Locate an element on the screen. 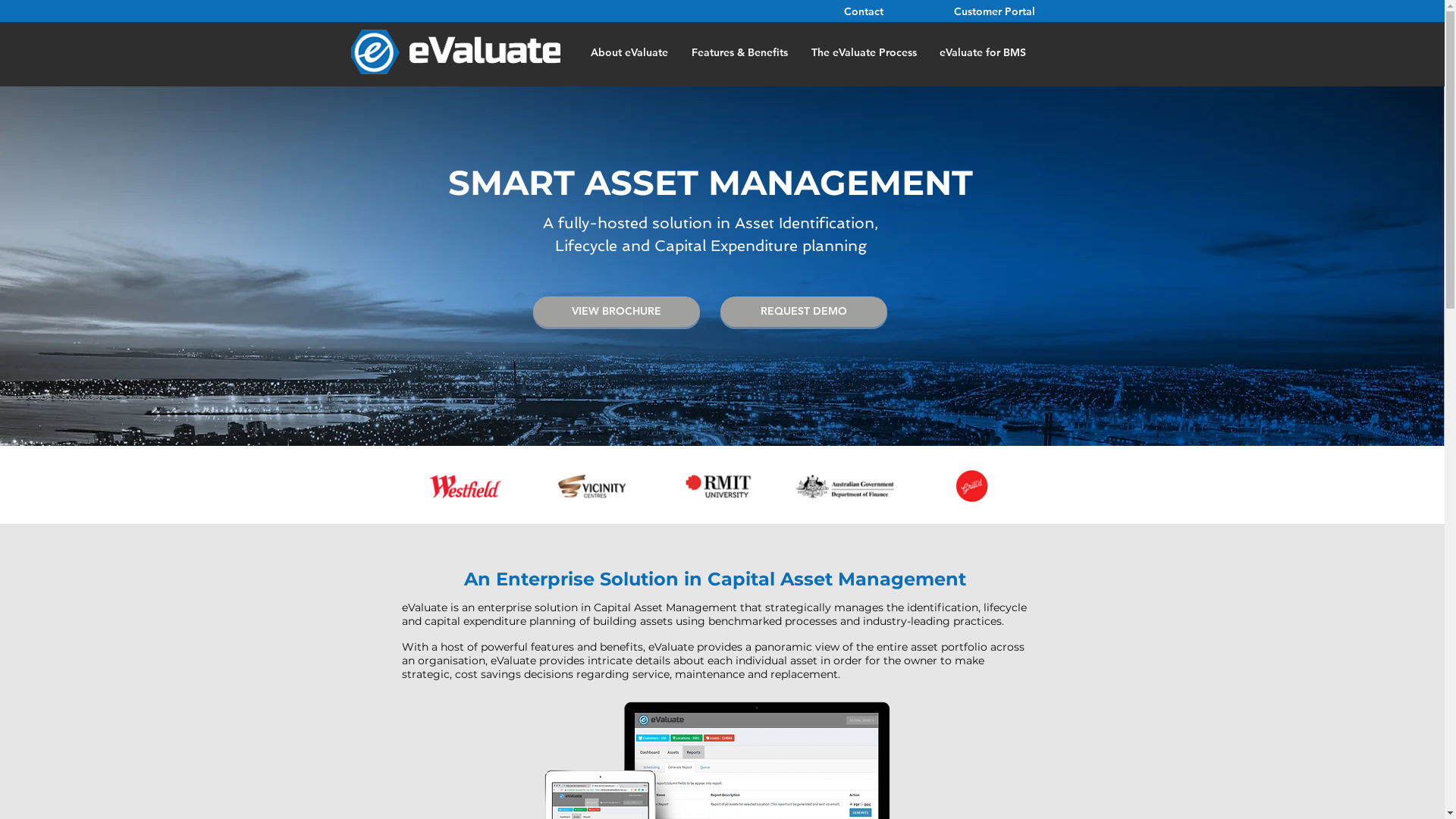 The width and height of the screenshot is (1456, 819). 'eValuate for BMS' is located at coordinates (983, 50).